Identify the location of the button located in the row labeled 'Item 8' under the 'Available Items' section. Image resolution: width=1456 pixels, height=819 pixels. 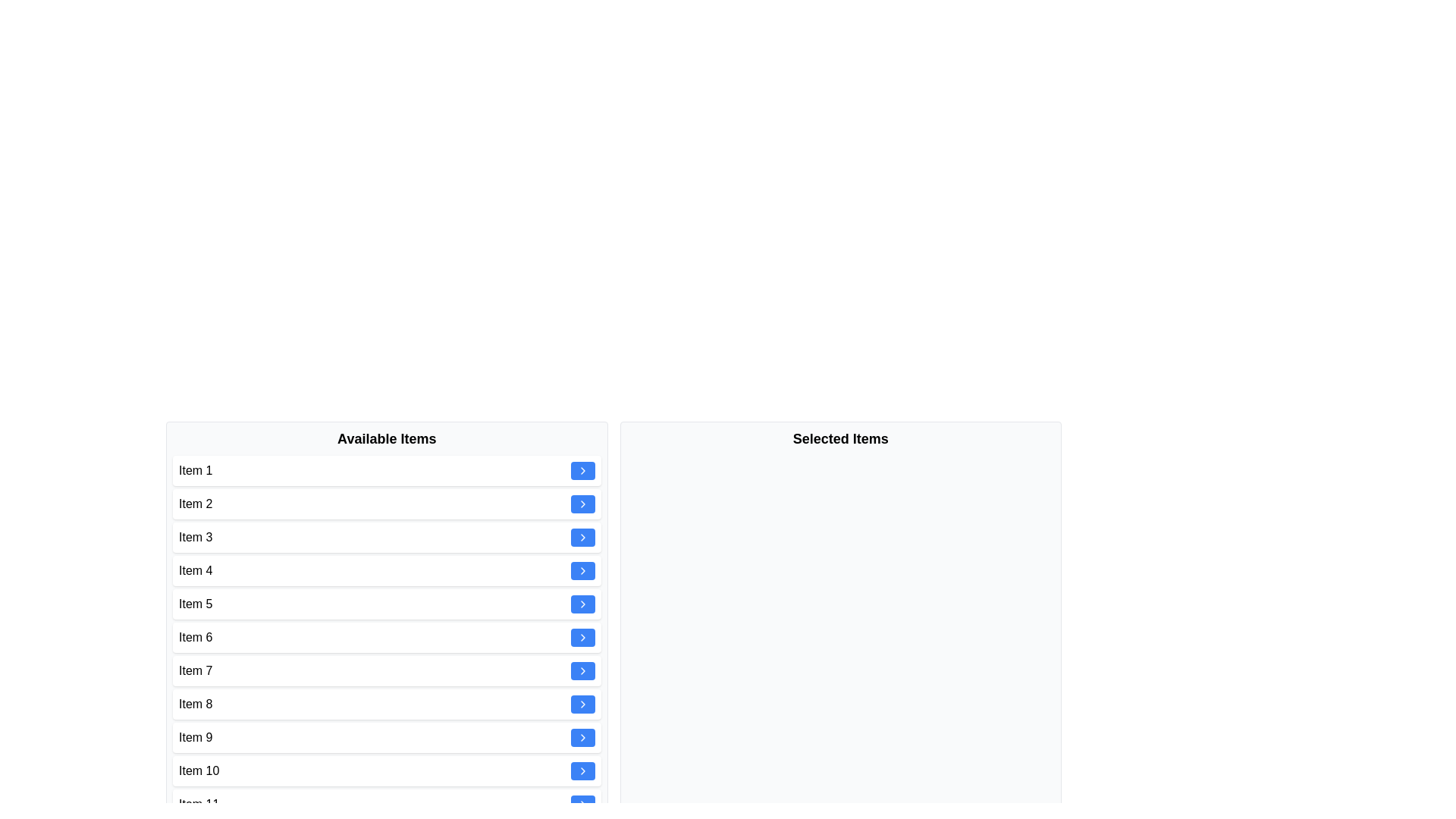
(582, 704).